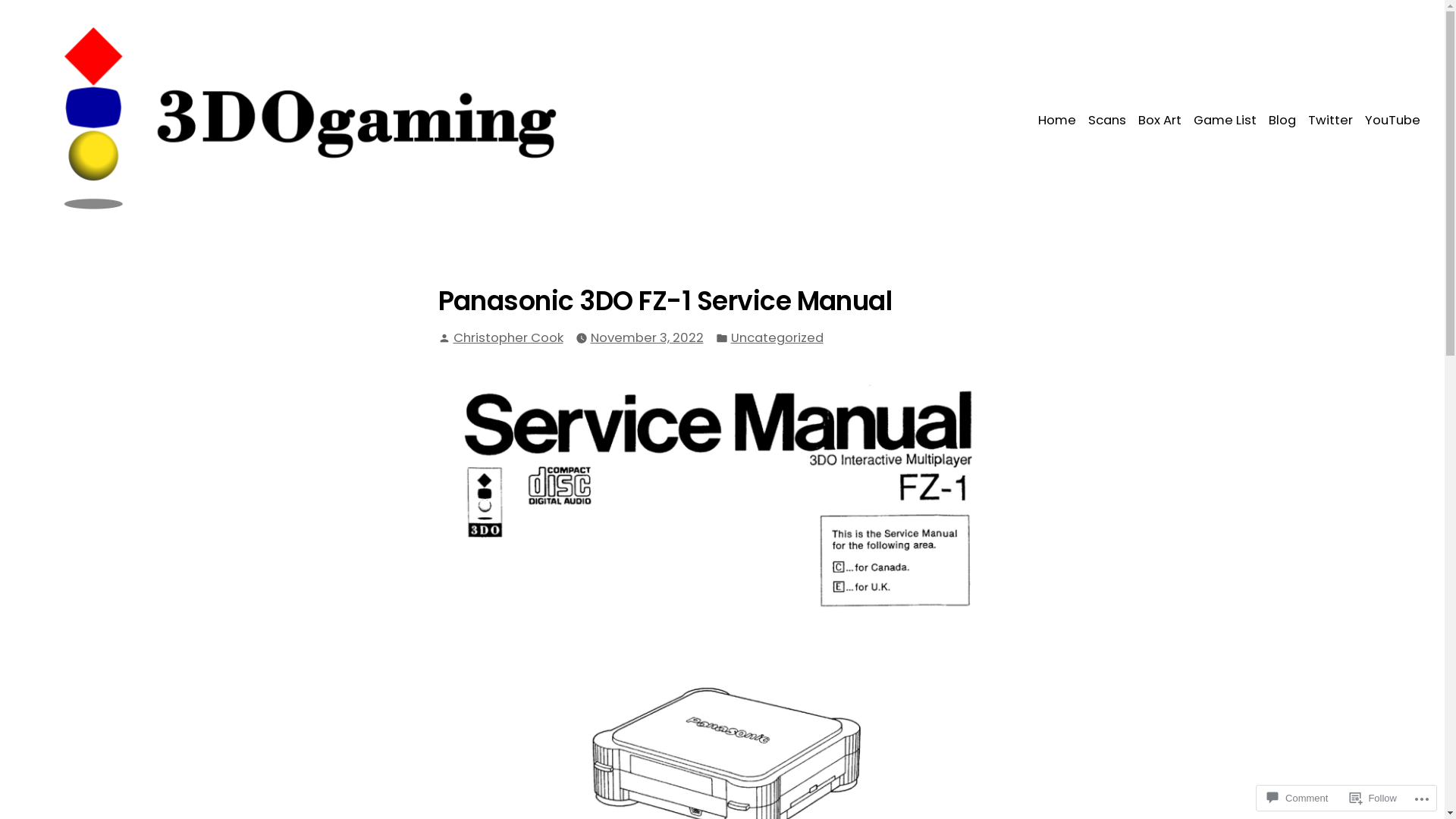 This screenshot has width=1456, height=819. Describe the element at coordinates (1329, 120) in the screenshot. I see `'Twitter'` at that location.